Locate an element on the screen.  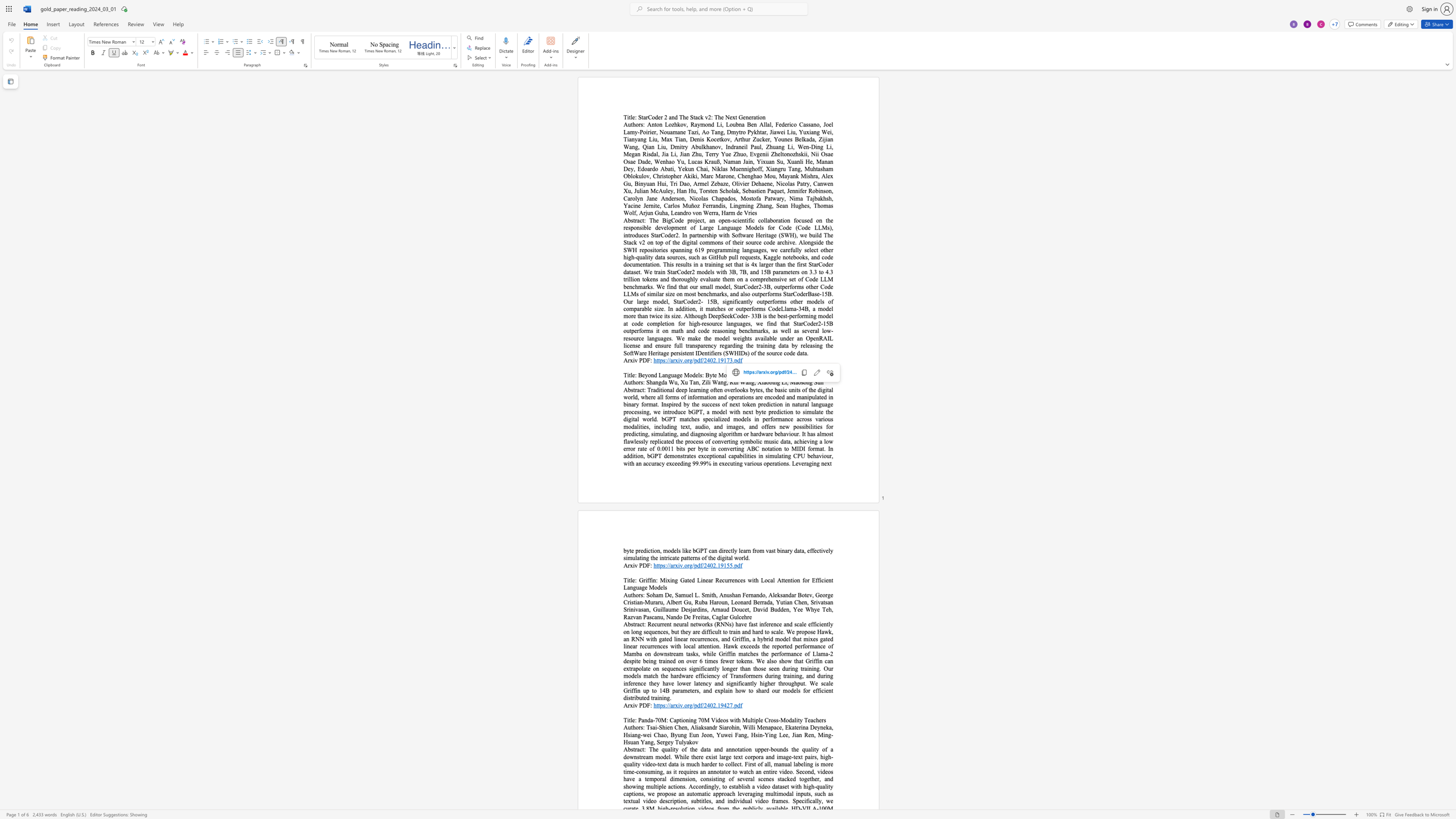
the space between the continuous character "i" and "a" in the text is located at coordinates (763, 382).